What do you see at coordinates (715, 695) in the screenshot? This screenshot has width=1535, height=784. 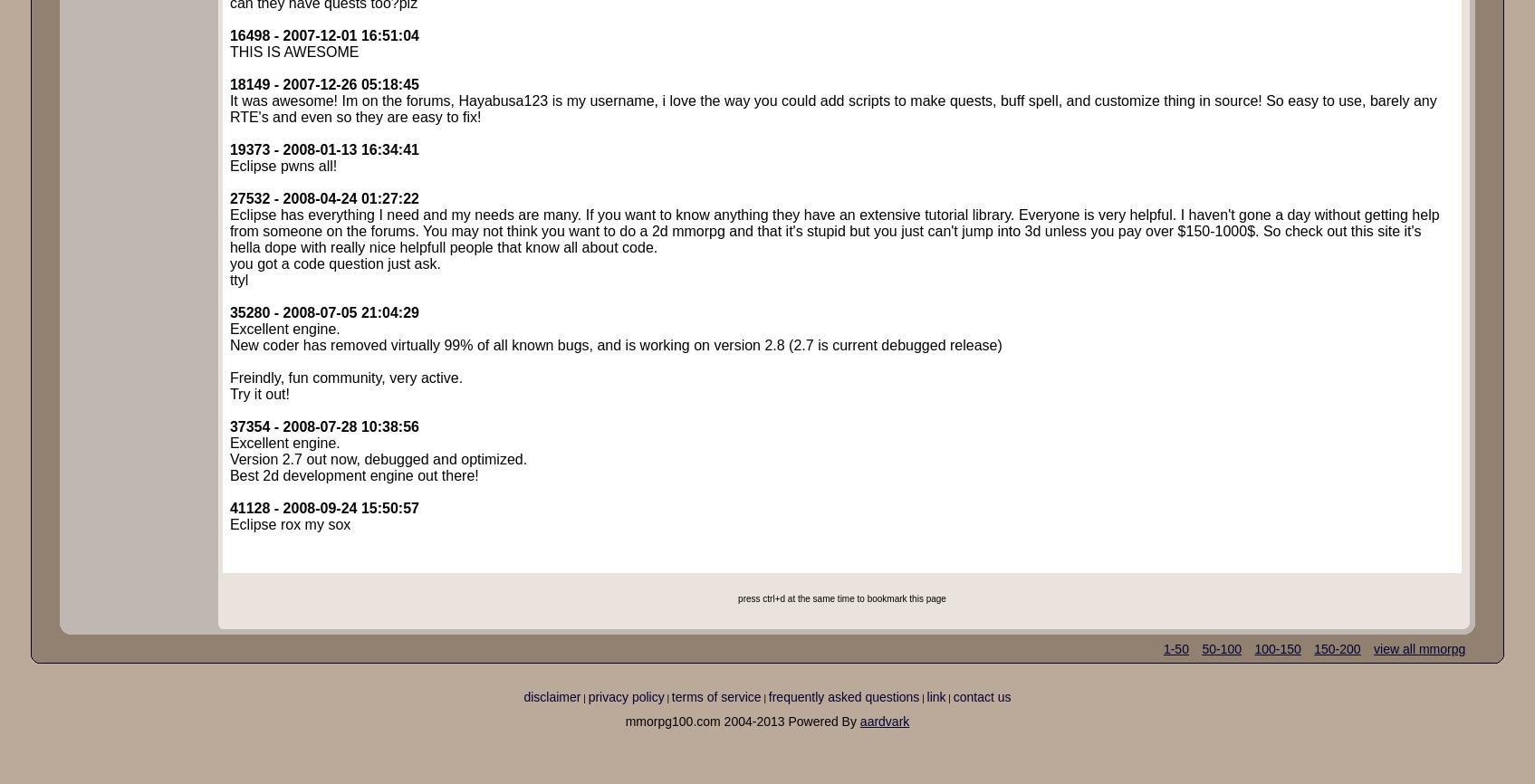 I see `'terms of service'` at bounding box center [715, 695].